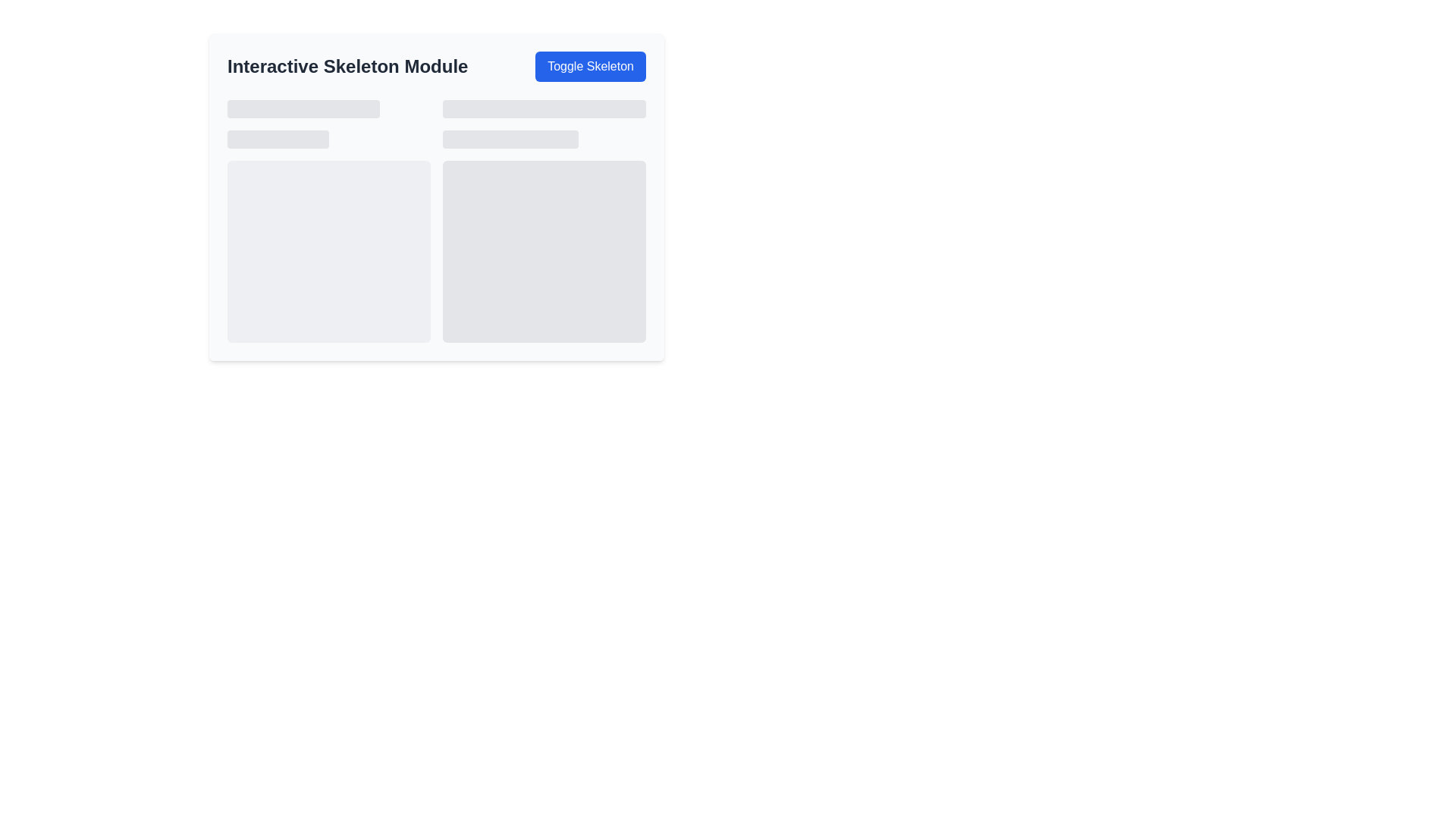 The image size is (1456, 819). What do you see at coordinates (544, 250) in the screenshot?
I see `the gray placeholder box with rounded corners, which is the third and largest box in a vertically stacked group of three elements` at bounding box center [544, 250].